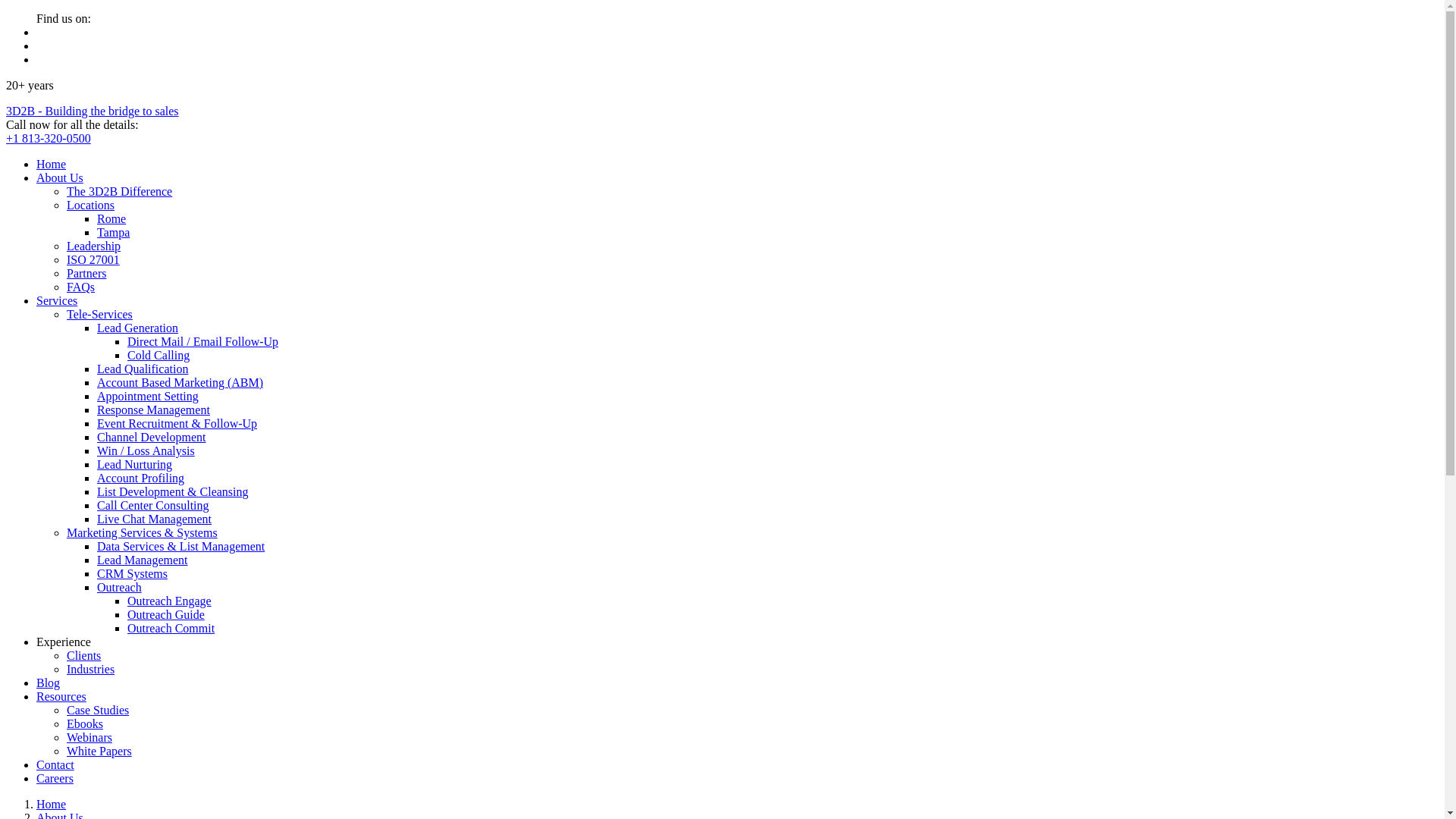  I want to click on 'Blog', so click(48, 682).